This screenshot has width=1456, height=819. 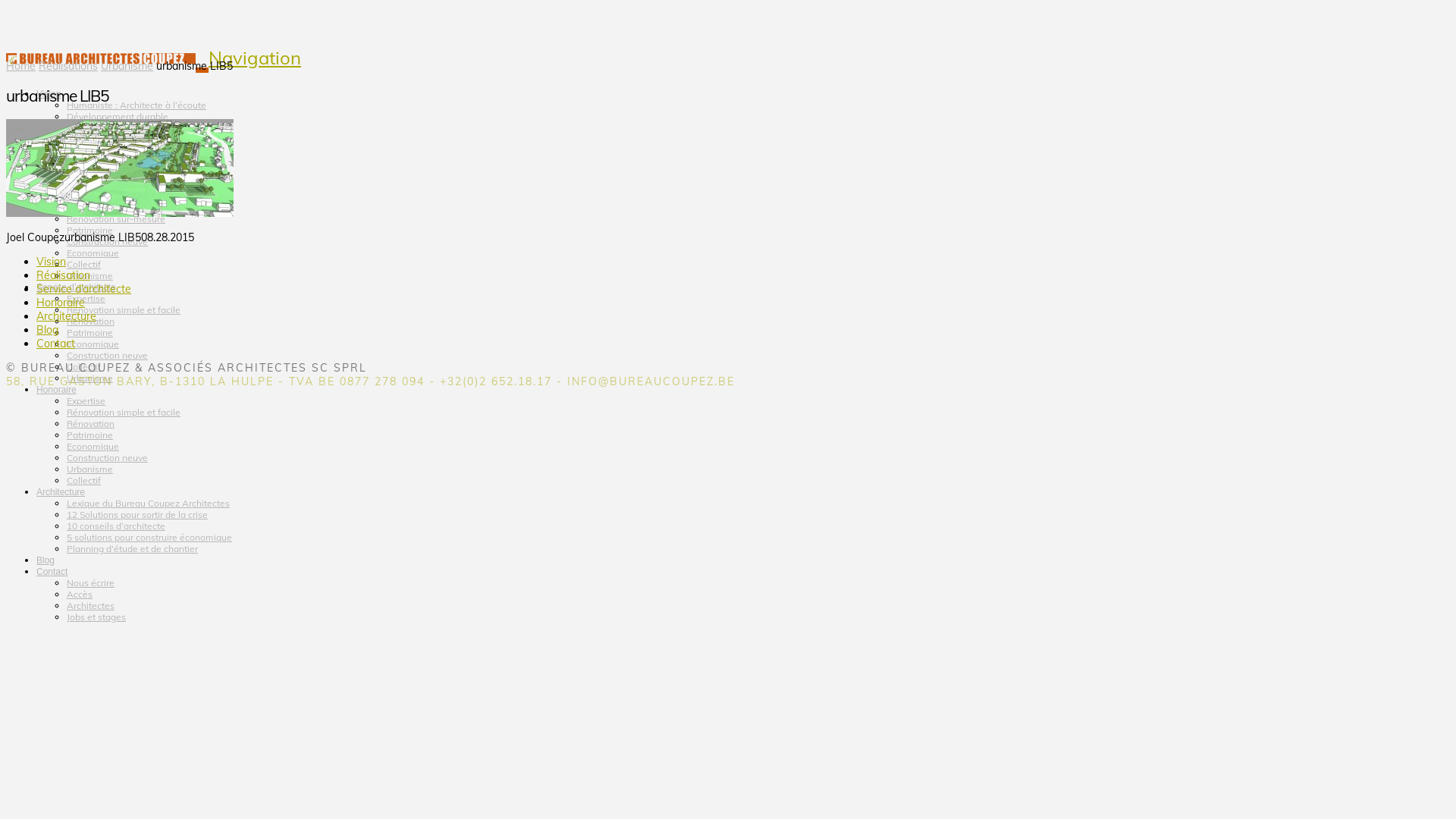 I want to click on 'Jobs et stages', so click(x=95, y=617).